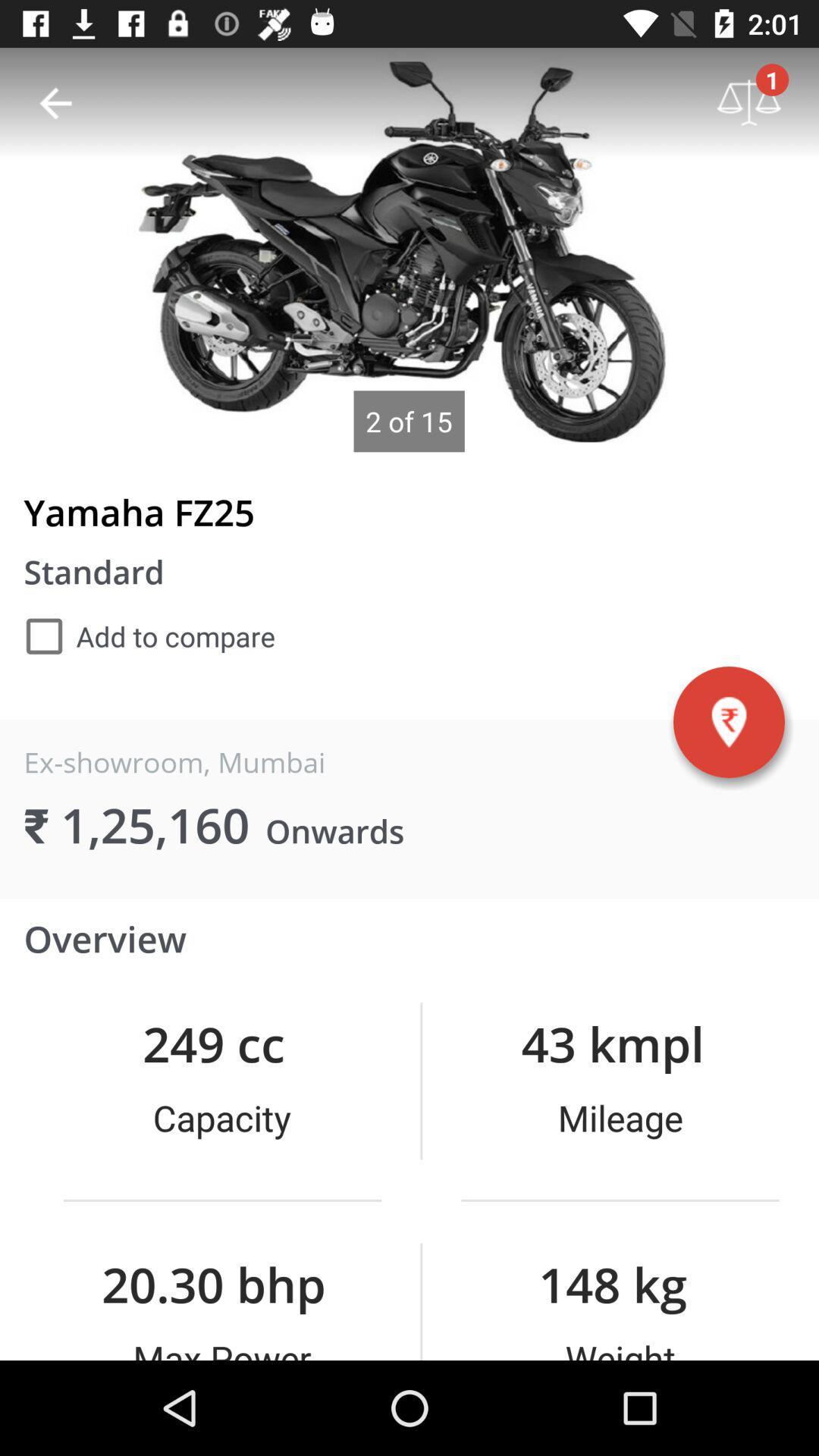 This screenshot has height=1456, width=819. I want to click on the item next to the ex-showroom, mumbai item, so click(728, 721).